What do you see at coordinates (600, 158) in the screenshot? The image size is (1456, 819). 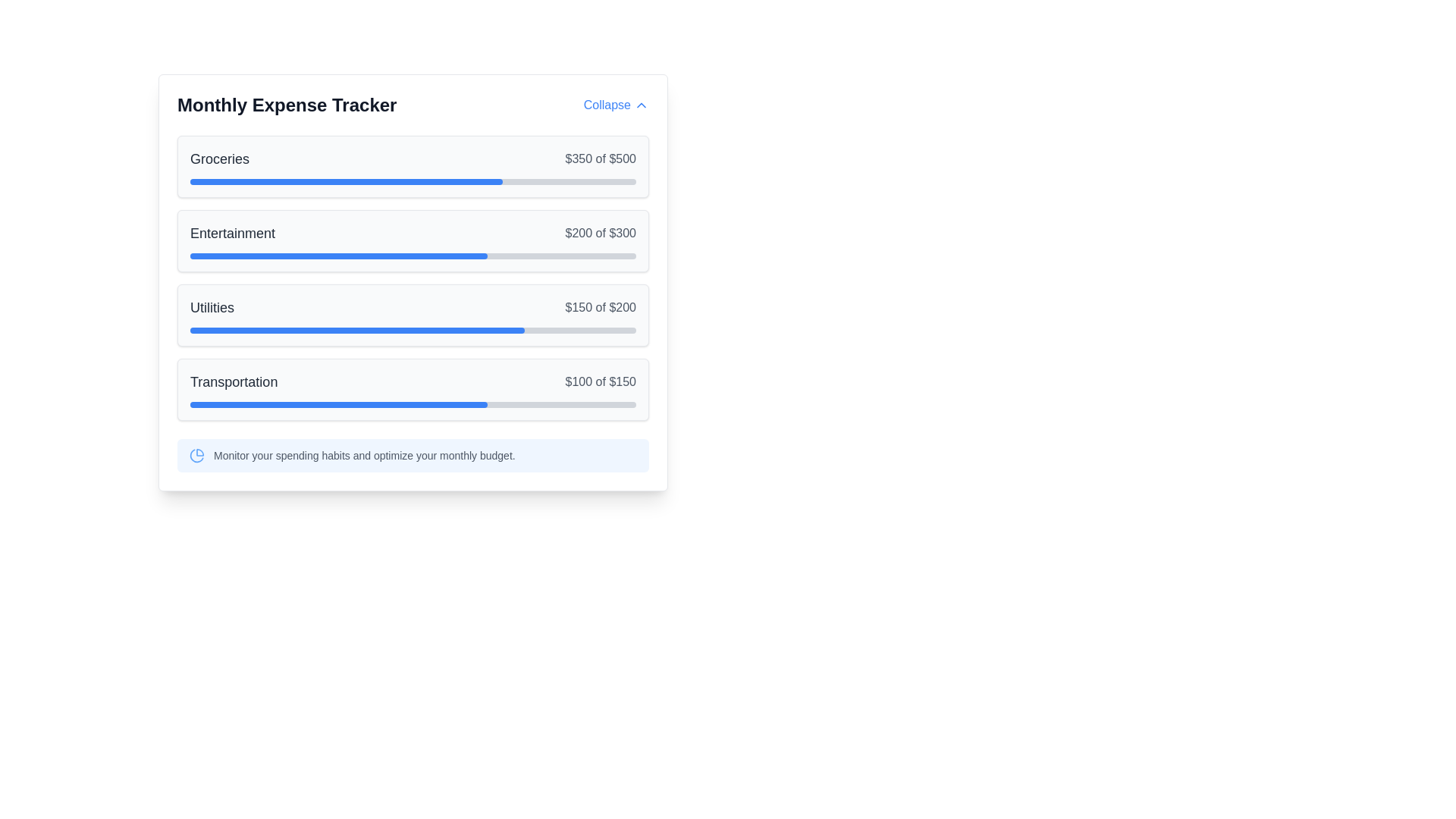 I see `the text display showing '$350 of $500' next to the 'Groceries' label in the expense tracker interface` at bounding box center [600, 158].